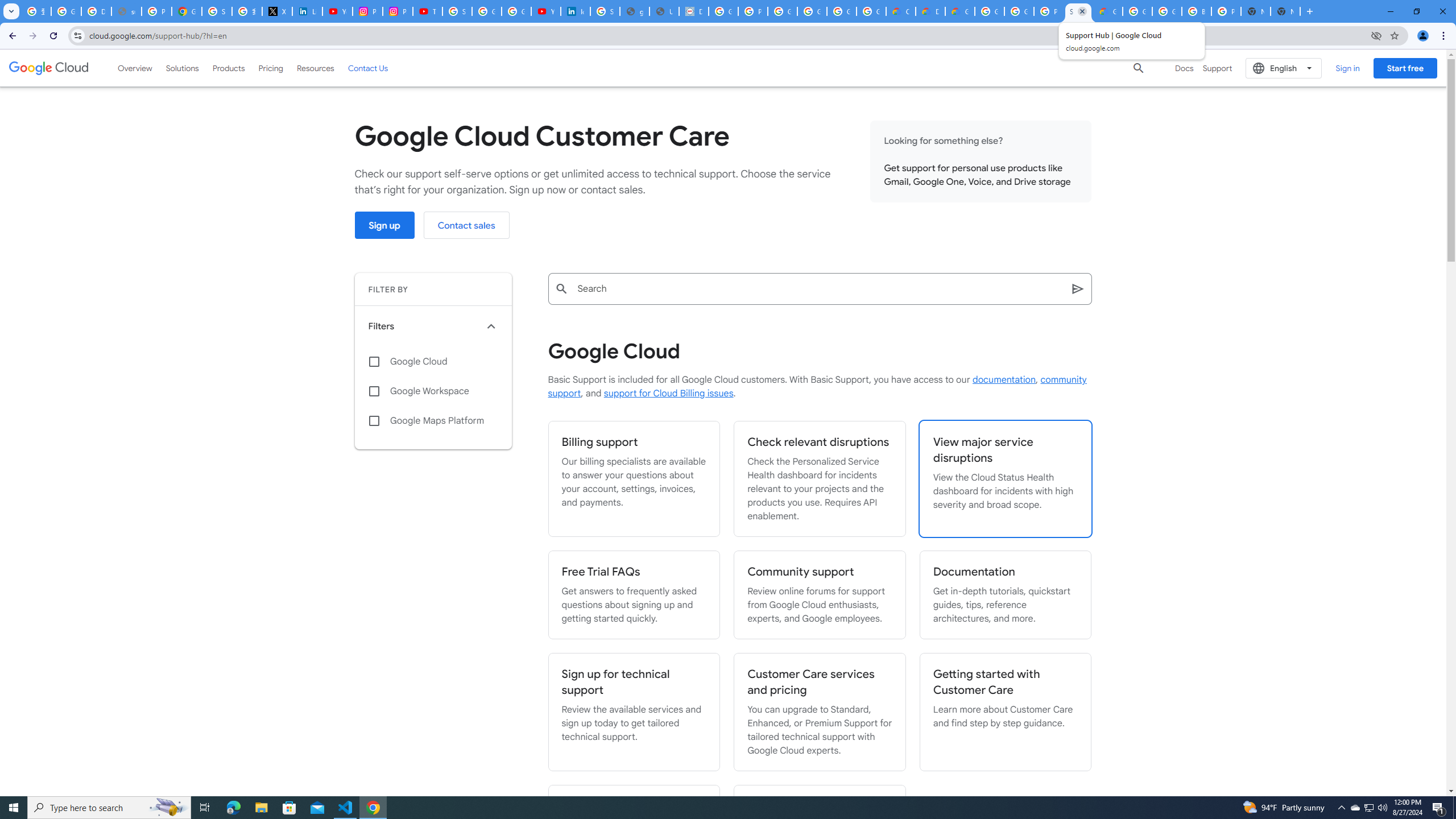 The width and height of the screenshot is (1456, 819). Describe the element at coordinates (126, 11) in the screenshot. I see `'support.google.com - Network error'` at that location.